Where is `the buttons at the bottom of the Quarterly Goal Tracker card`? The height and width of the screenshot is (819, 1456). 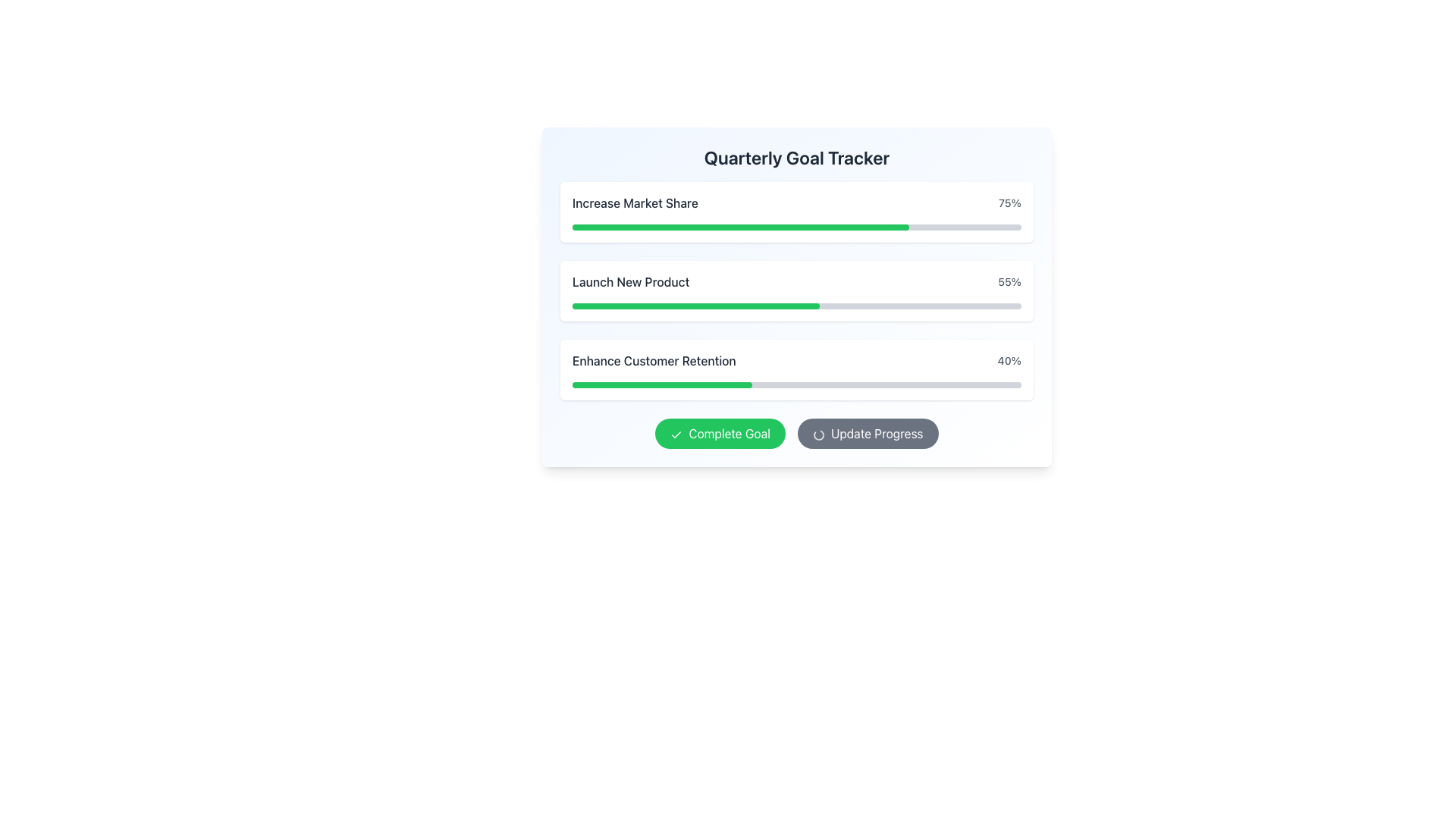 the buttons at the bottom of the Quarterly Goal Tracker card is located at coordinates (796, 297).